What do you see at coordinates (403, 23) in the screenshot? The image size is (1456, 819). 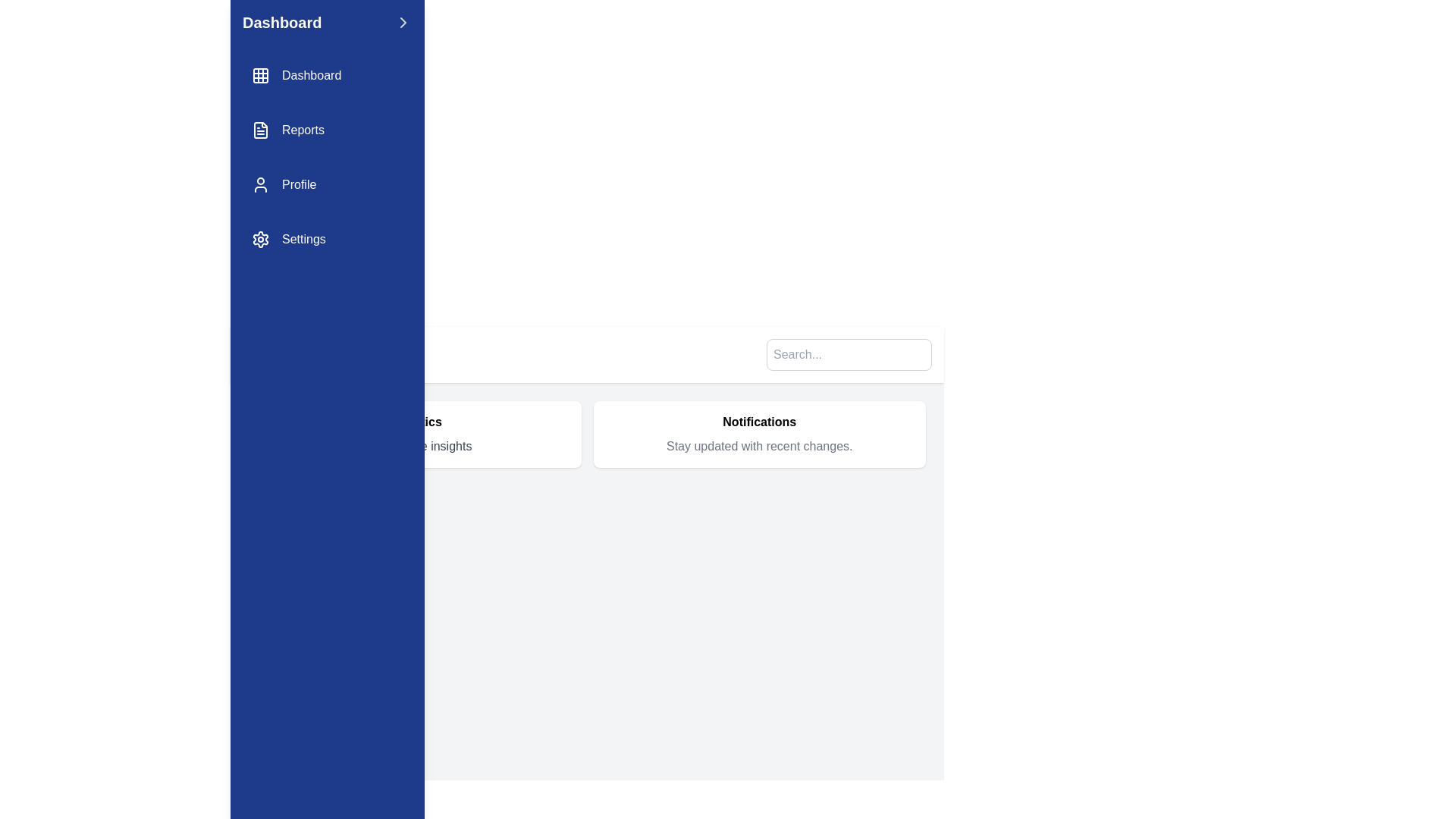 I see `the small, left-pointing chevron-shaped icon located adjacent to the 'Dashboard' text in the upper-right corner of the sidebar header section` at bounding box center [403, 23].